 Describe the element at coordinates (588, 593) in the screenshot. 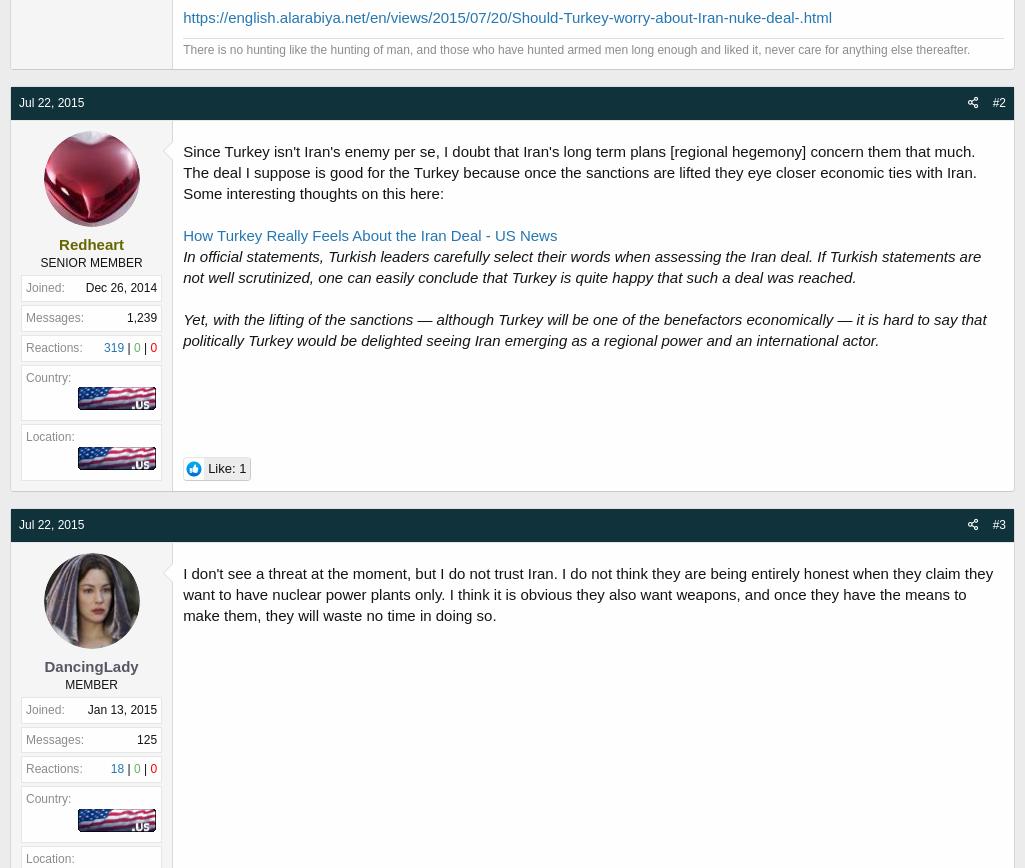

I see `'I don't see a threat at the moment, but I do not trust Iran. I do not think they are being entirely honest when they claim they want to have nuclear power plants only. I think it is obvious they also want weapons, and once they have the means to make them, they will waste no time in doing so.'` at that location.